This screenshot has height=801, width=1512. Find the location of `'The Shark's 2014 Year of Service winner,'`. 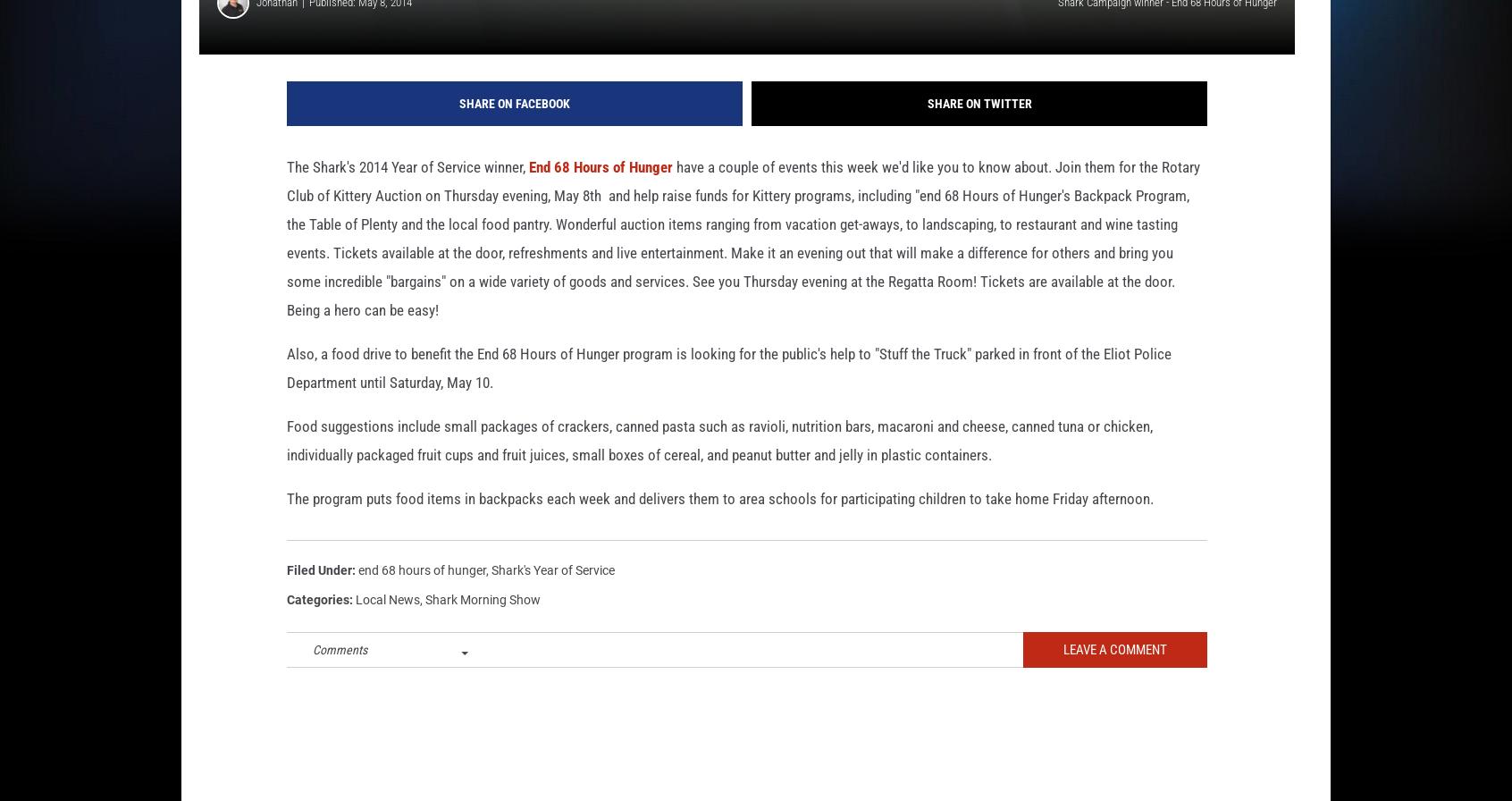

'The Shark's 2014 Year of Service winner,' is located at coordinates (285, 195).